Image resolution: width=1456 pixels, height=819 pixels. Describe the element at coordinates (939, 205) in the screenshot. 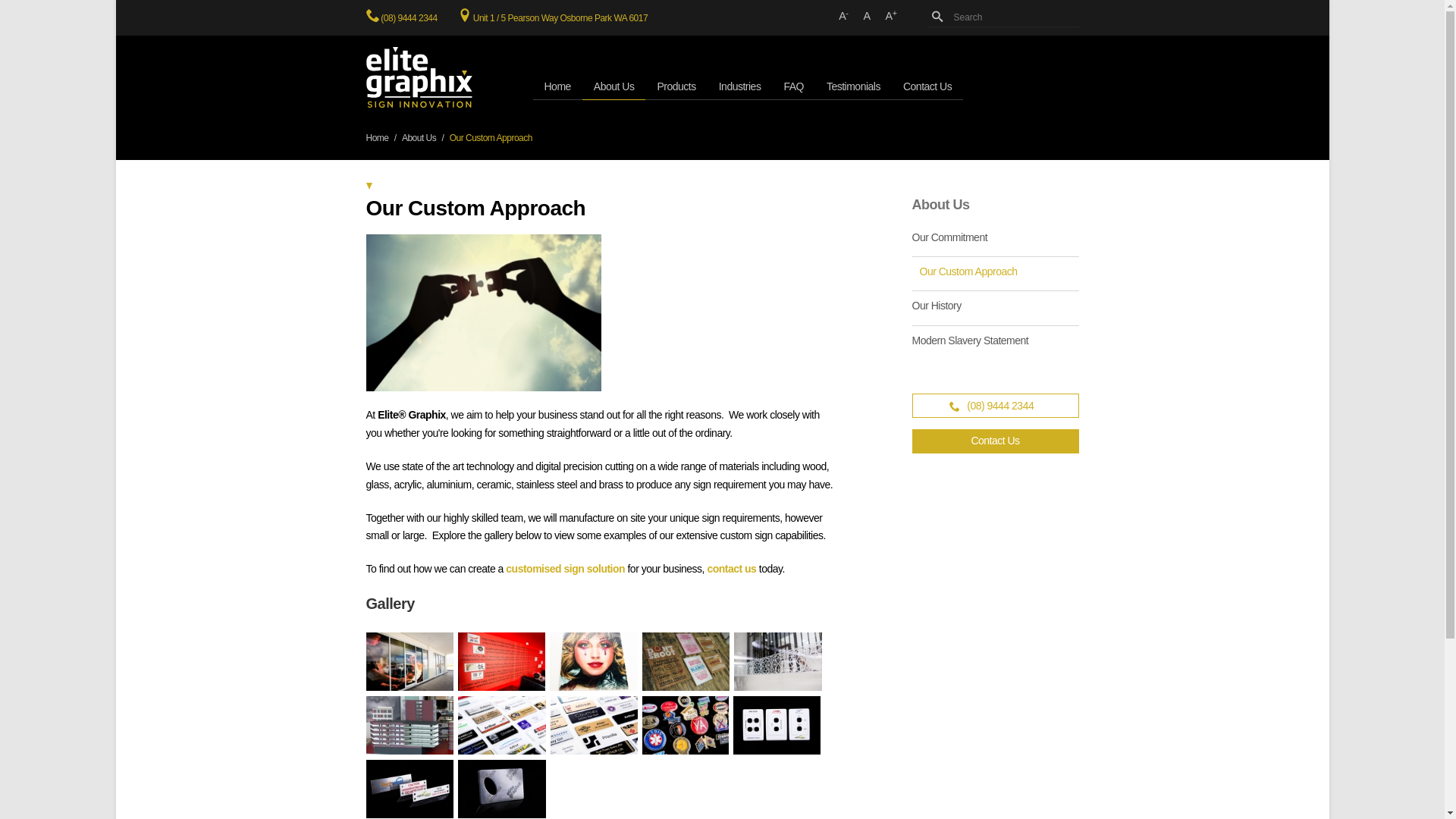

I see `'About Us'` at that location.